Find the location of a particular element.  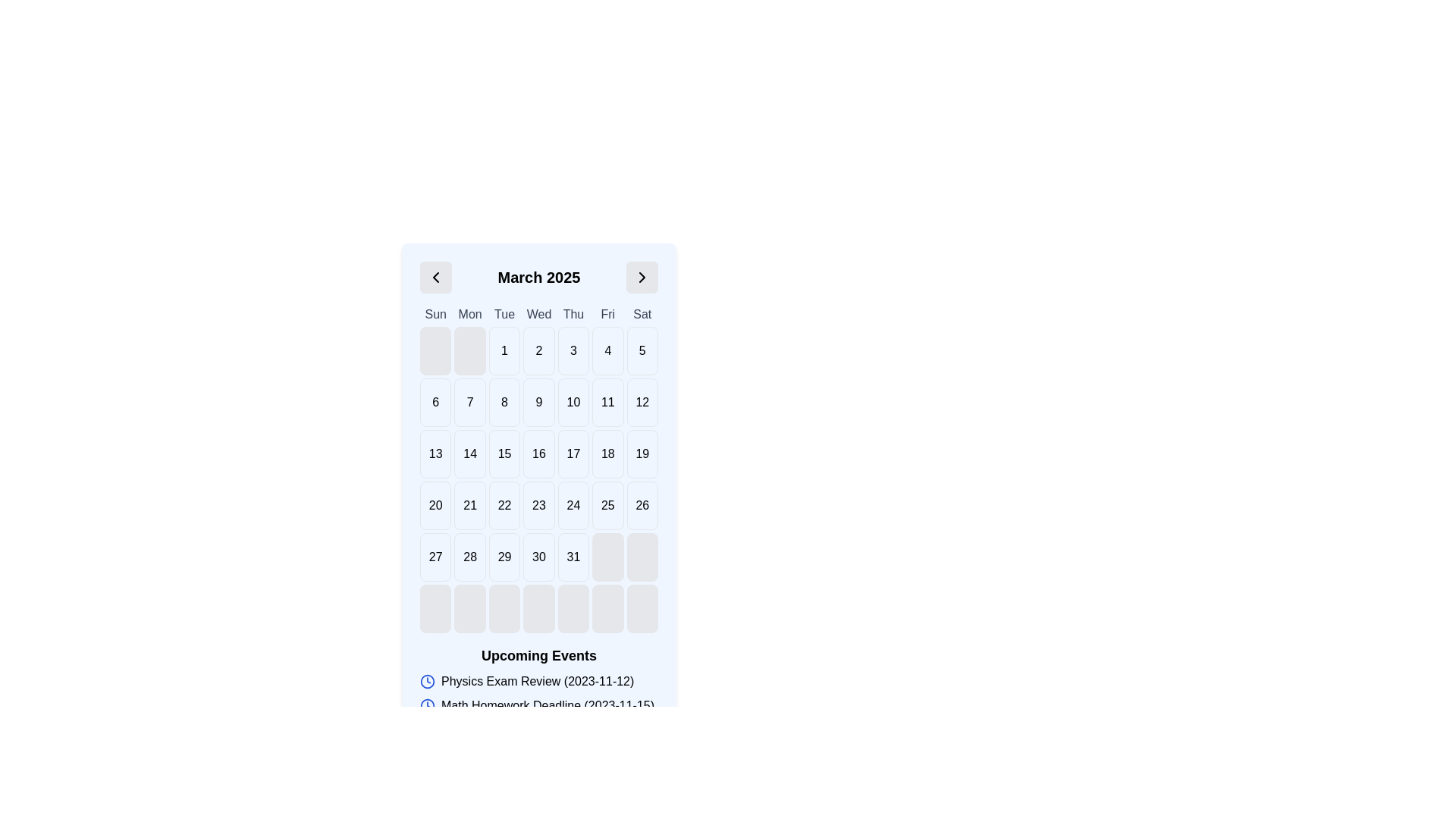

the square button displaying the number '15' located under the title 'March 2025' in the third row and fifth column of the calendar grid is located at coordinates (504, 453).